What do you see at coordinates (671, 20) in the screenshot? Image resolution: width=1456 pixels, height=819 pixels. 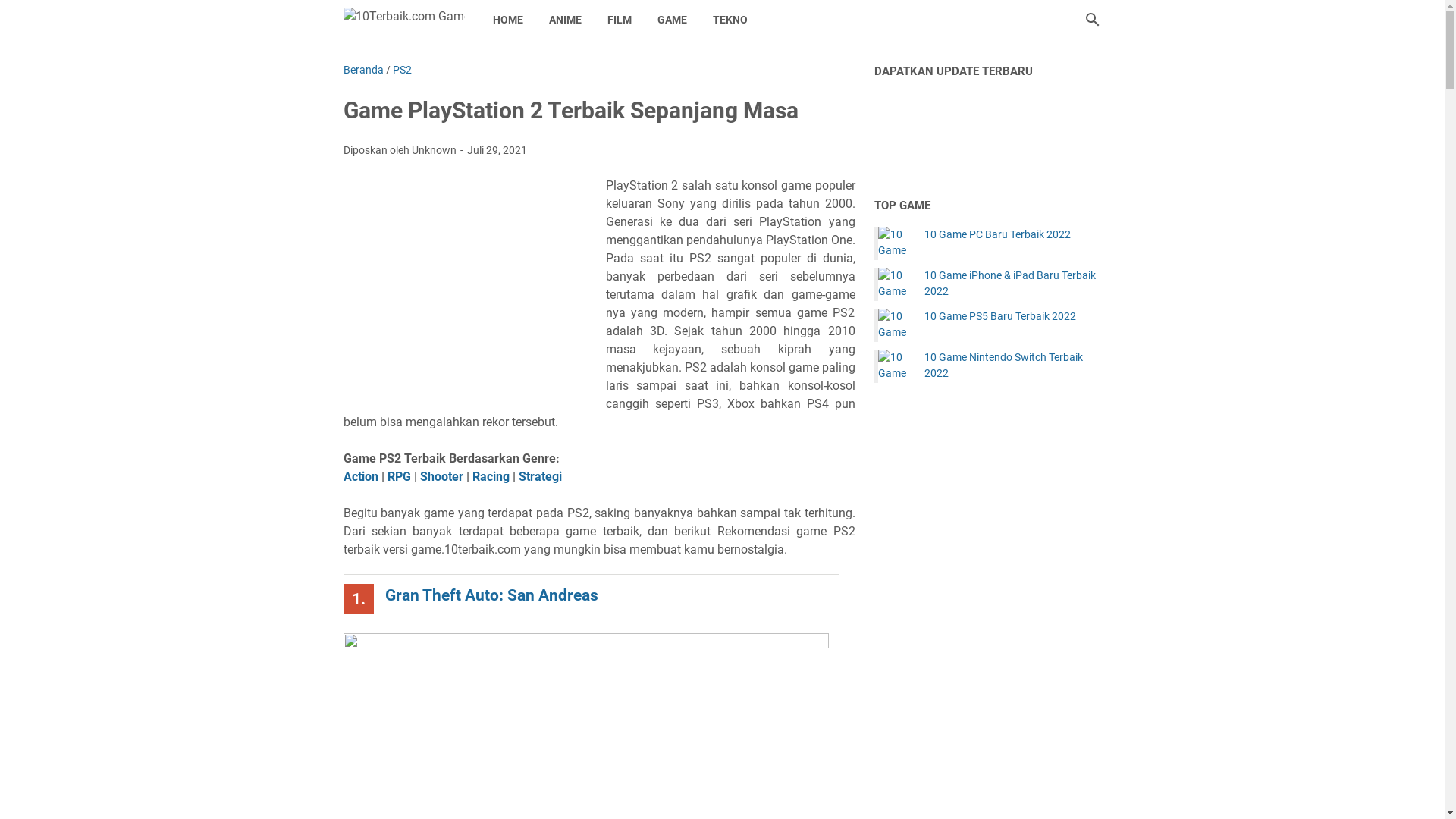 I see `'GAME'` at bounding box center [671, 20].